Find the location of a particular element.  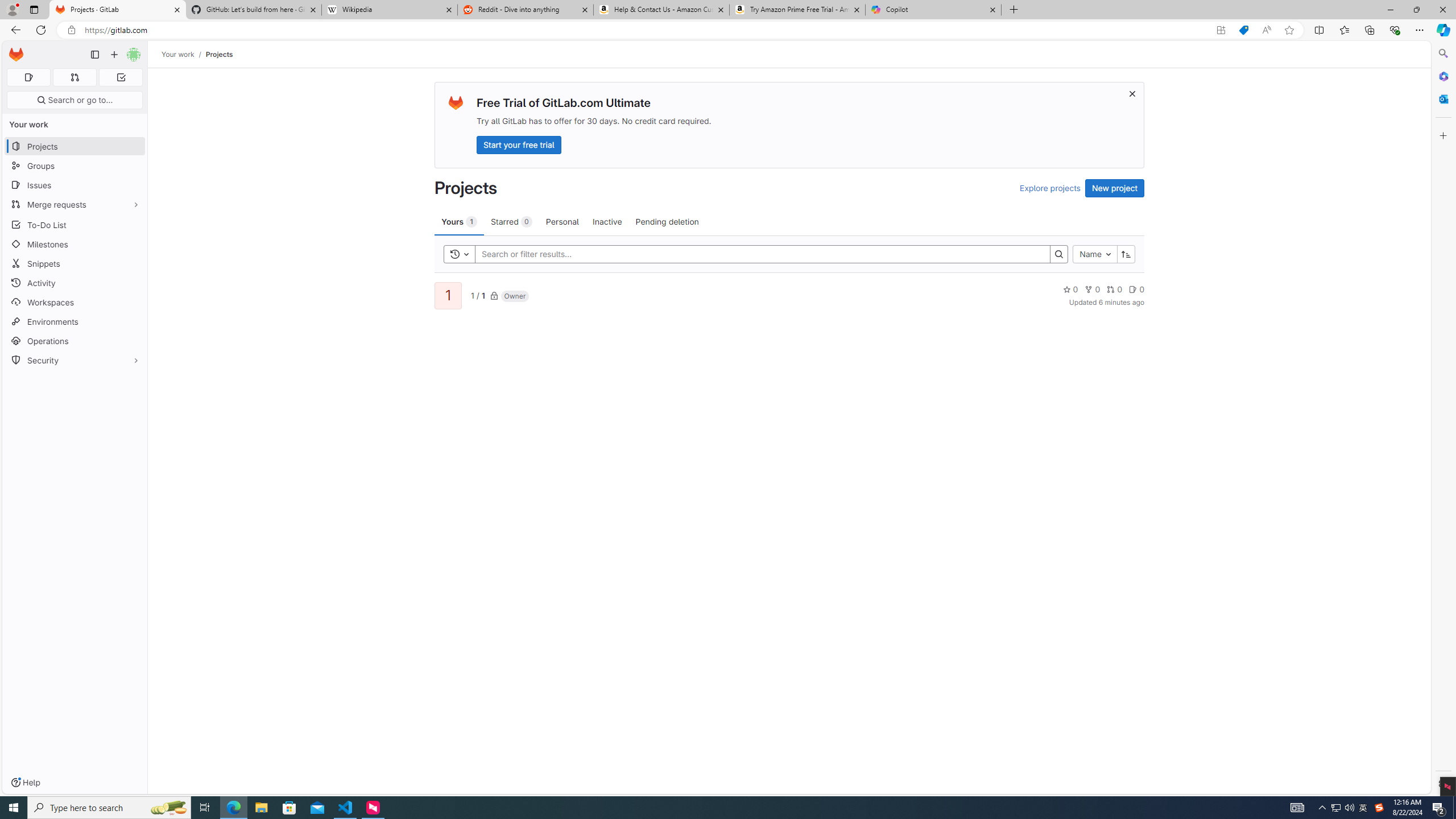

'Dismiss trial promotion' is located at coordinates (1131, 93).